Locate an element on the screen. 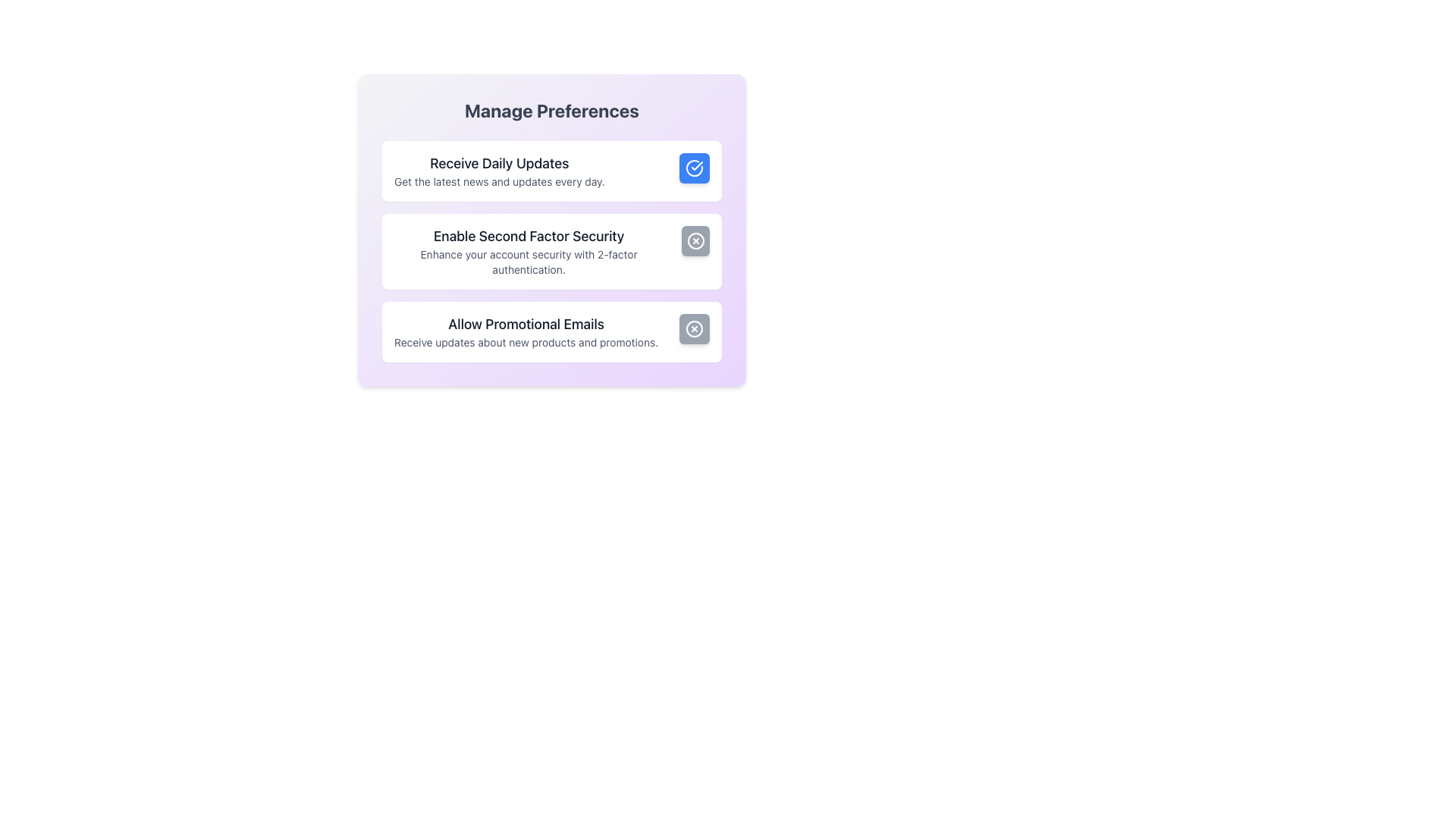  the gray circle with a white border and a white 'X' shape, which is part of the clickable icon next to the 'Allow Promotional Emails' setting option is located at coordinates (694, 328).